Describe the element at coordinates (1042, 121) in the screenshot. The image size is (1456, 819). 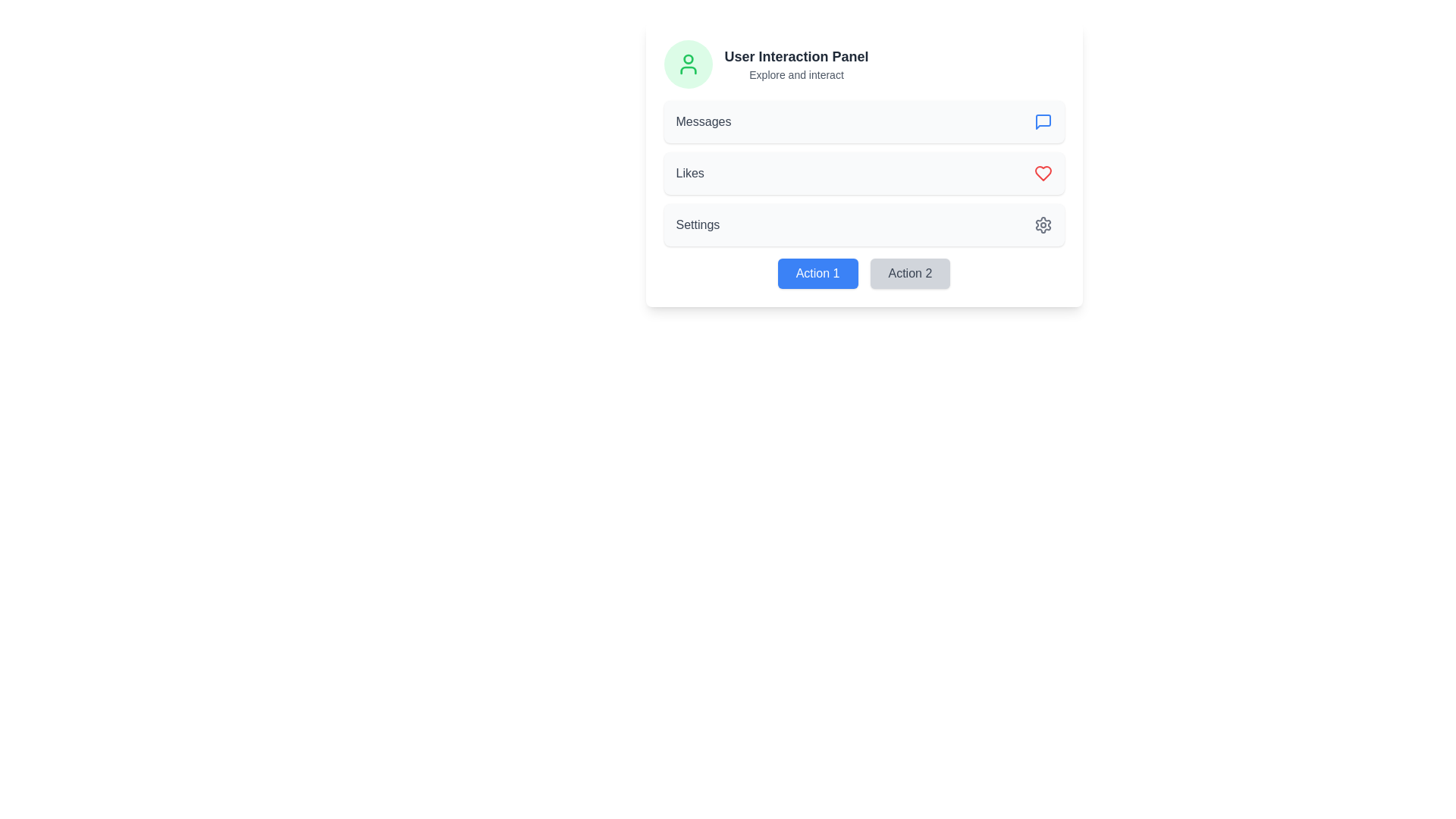
I see `the blue message bubble-shaped icon located on the right side of the 'Messages' panel under the 'User Interaction Panel.'` at that location.